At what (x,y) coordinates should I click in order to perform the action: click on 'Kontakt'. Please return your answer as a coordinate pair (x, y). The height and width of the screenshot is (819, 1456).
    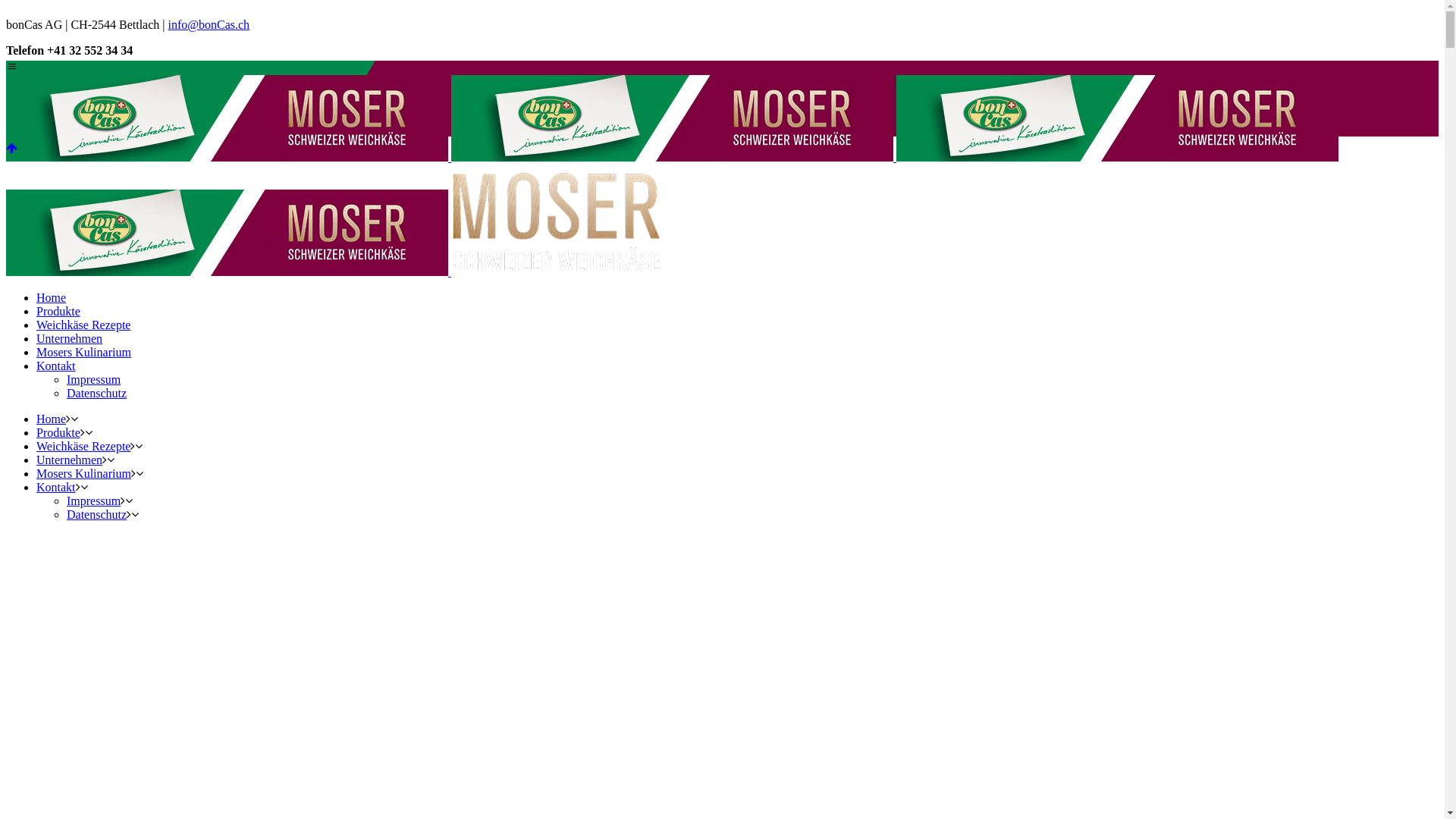
    Looking at the image, I should click on (55, 487).